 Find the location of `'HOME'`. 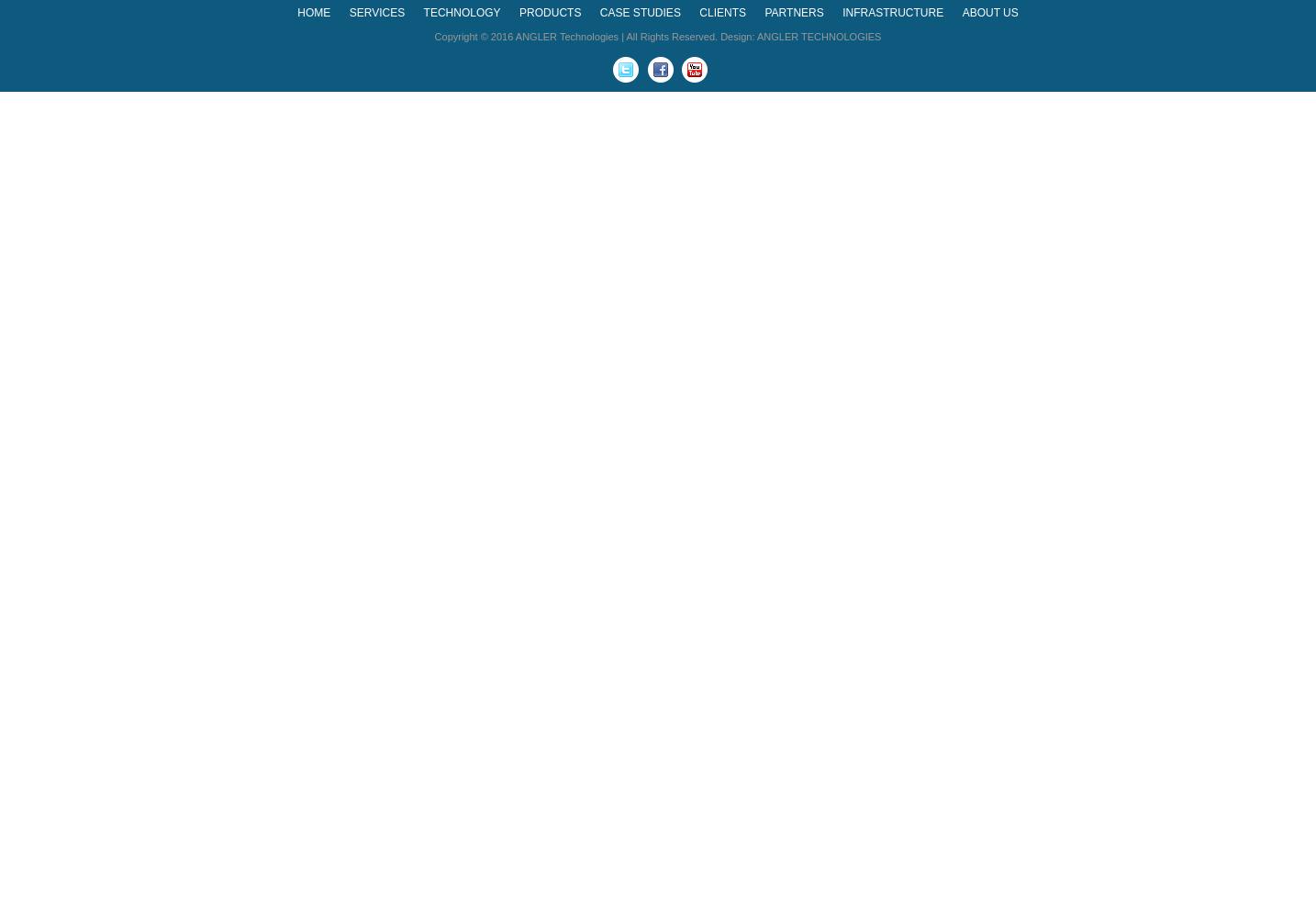

'HOME' is located at coordinates (313, 13).